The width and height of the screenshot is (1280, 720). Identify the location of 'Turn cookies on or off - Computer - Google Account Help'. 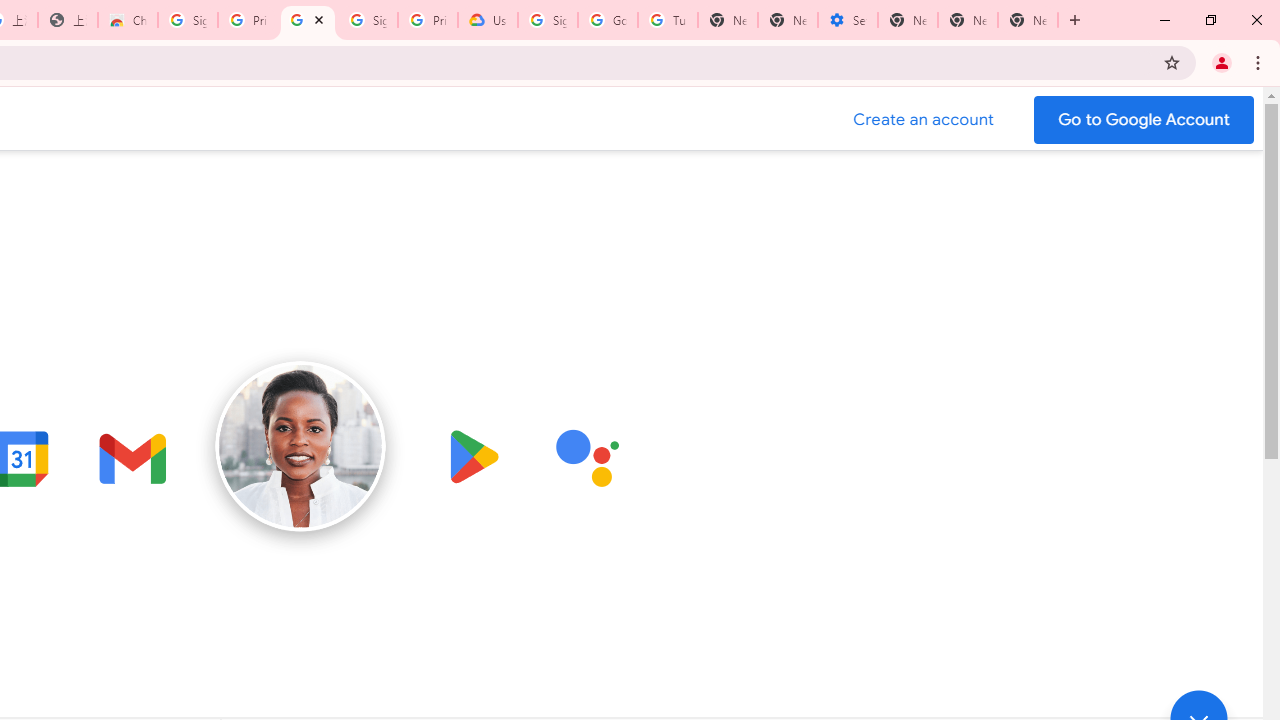
(667, 20).